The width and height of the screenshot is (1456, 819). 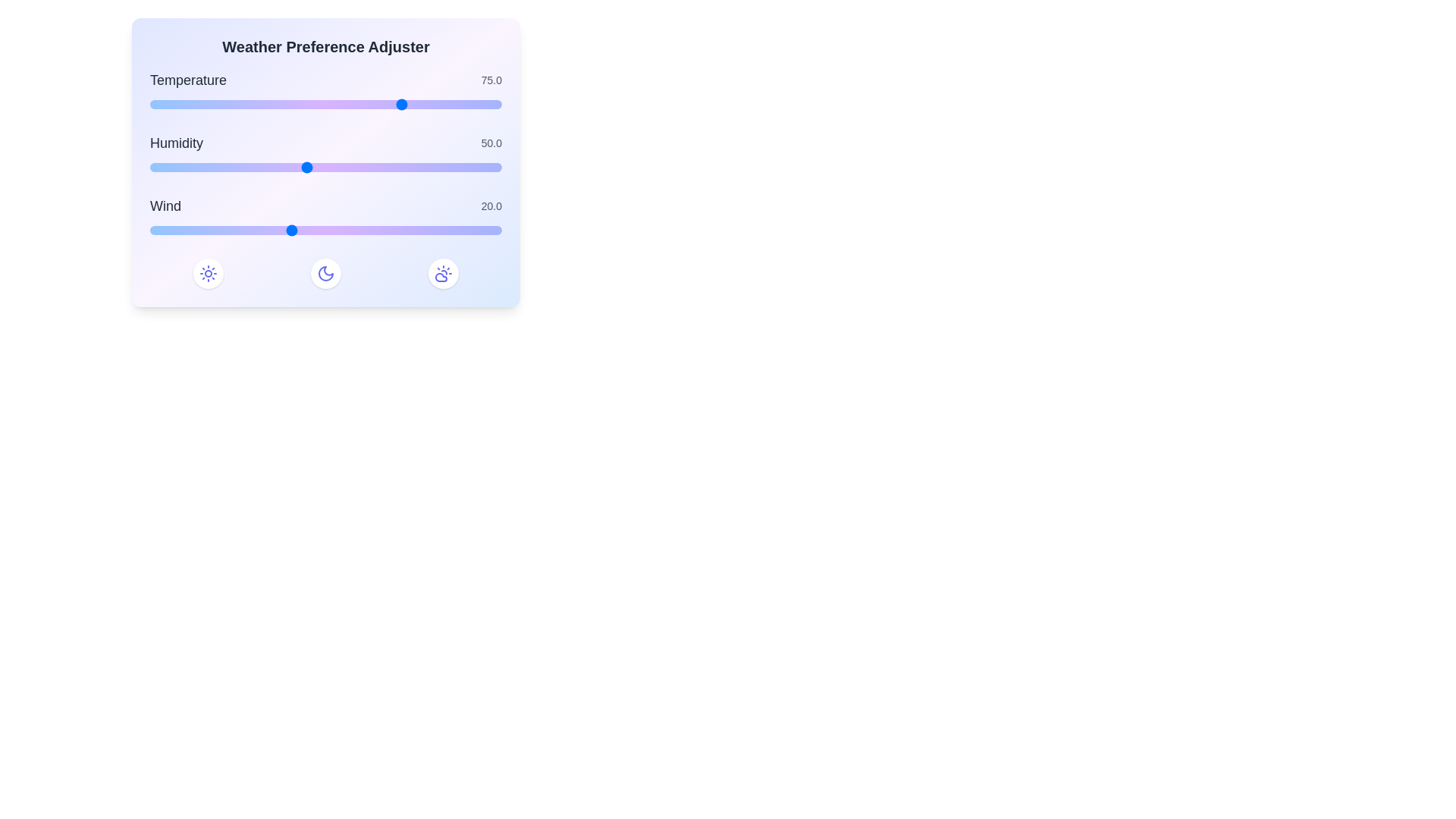 What do you see at coordinates (472, 231) in the screenshot?
I see `wind preference` at bounding box center [472, 231].